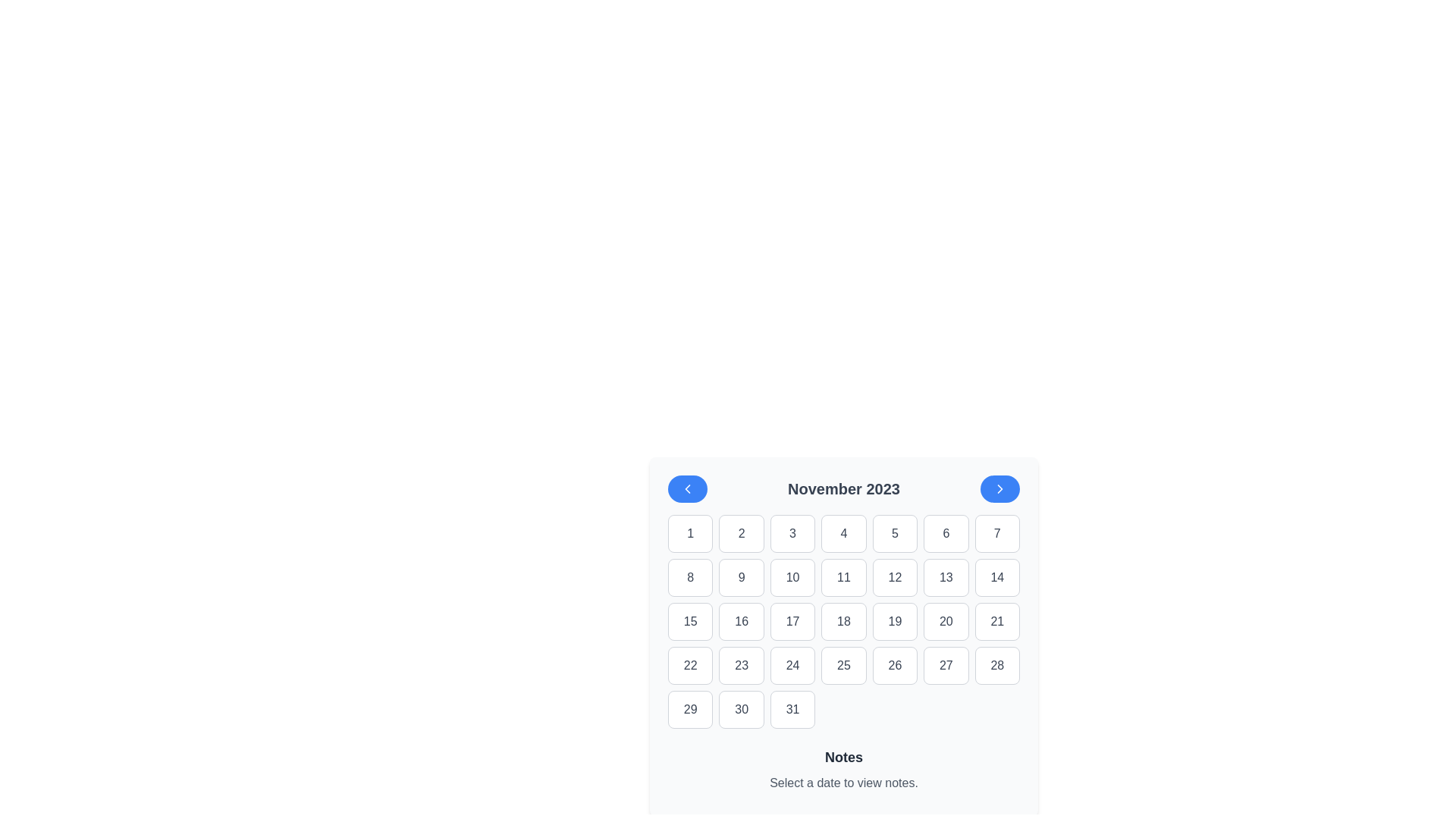 The height and width of the screenshot is (819, 1456). Describe the element at coordinates (895, 578) in the screenshot. I see `the square-shaped button with the number '12' centered within it, located in the second row and sixth column of the calendar interface` at that location.